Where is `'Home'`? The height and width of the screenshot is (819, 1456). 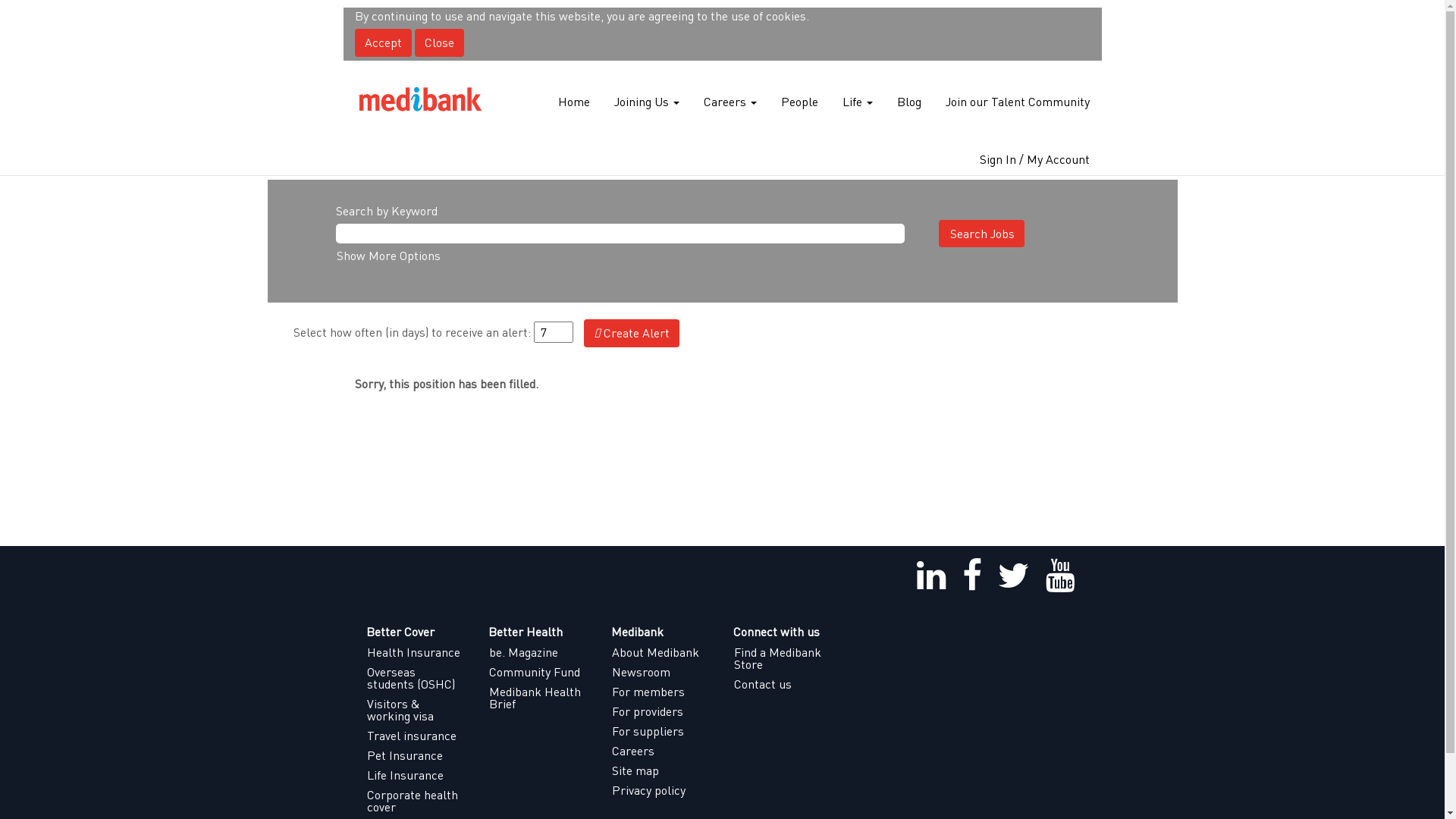 'Home' is located at coordinates (572, 102).